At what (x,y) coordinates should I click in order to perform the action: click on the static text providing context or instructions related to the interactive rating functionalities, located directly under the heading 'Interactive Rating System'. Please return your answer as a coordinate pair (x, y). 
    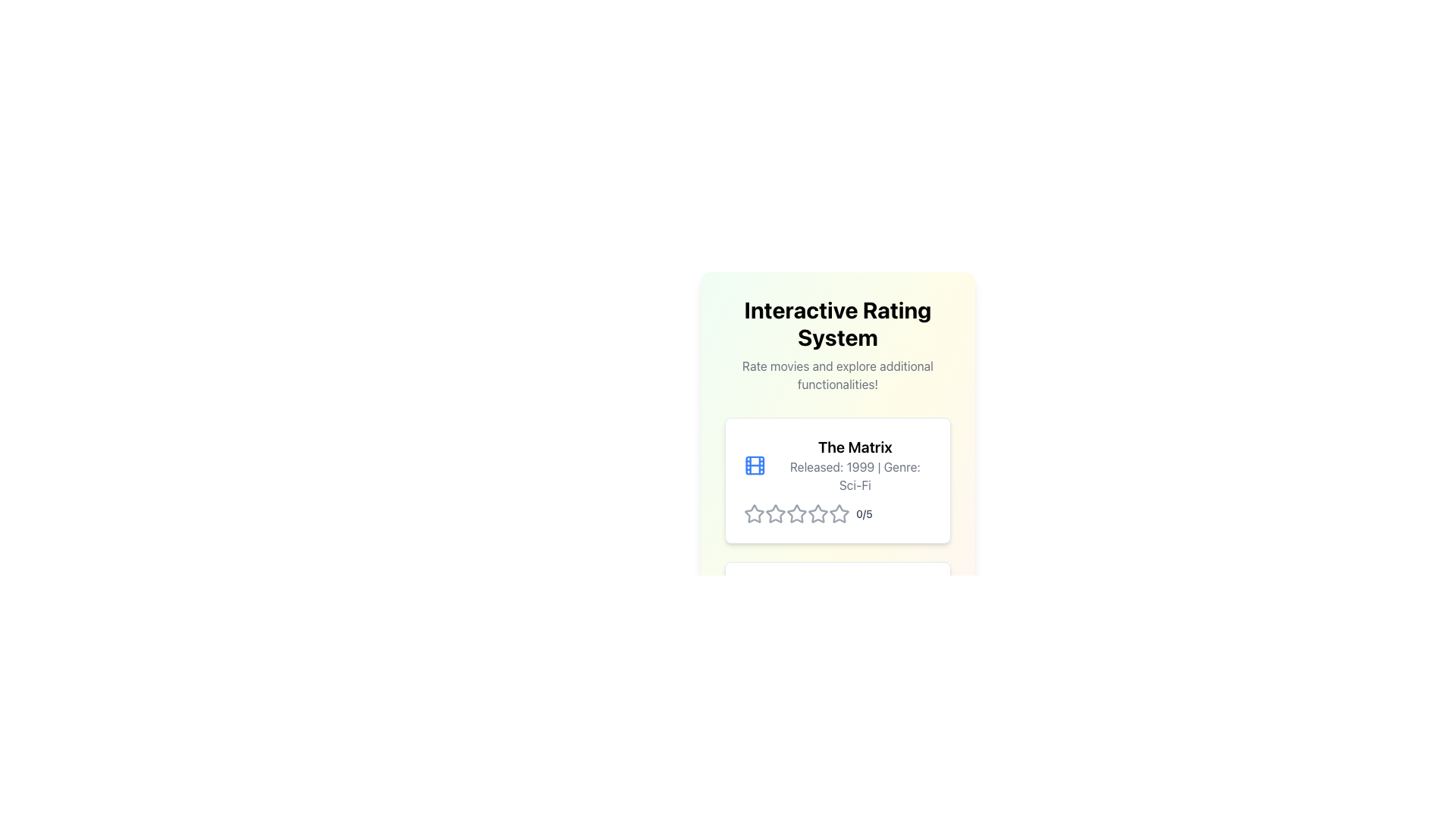
    Looking at the image, I should click on (836, 375).